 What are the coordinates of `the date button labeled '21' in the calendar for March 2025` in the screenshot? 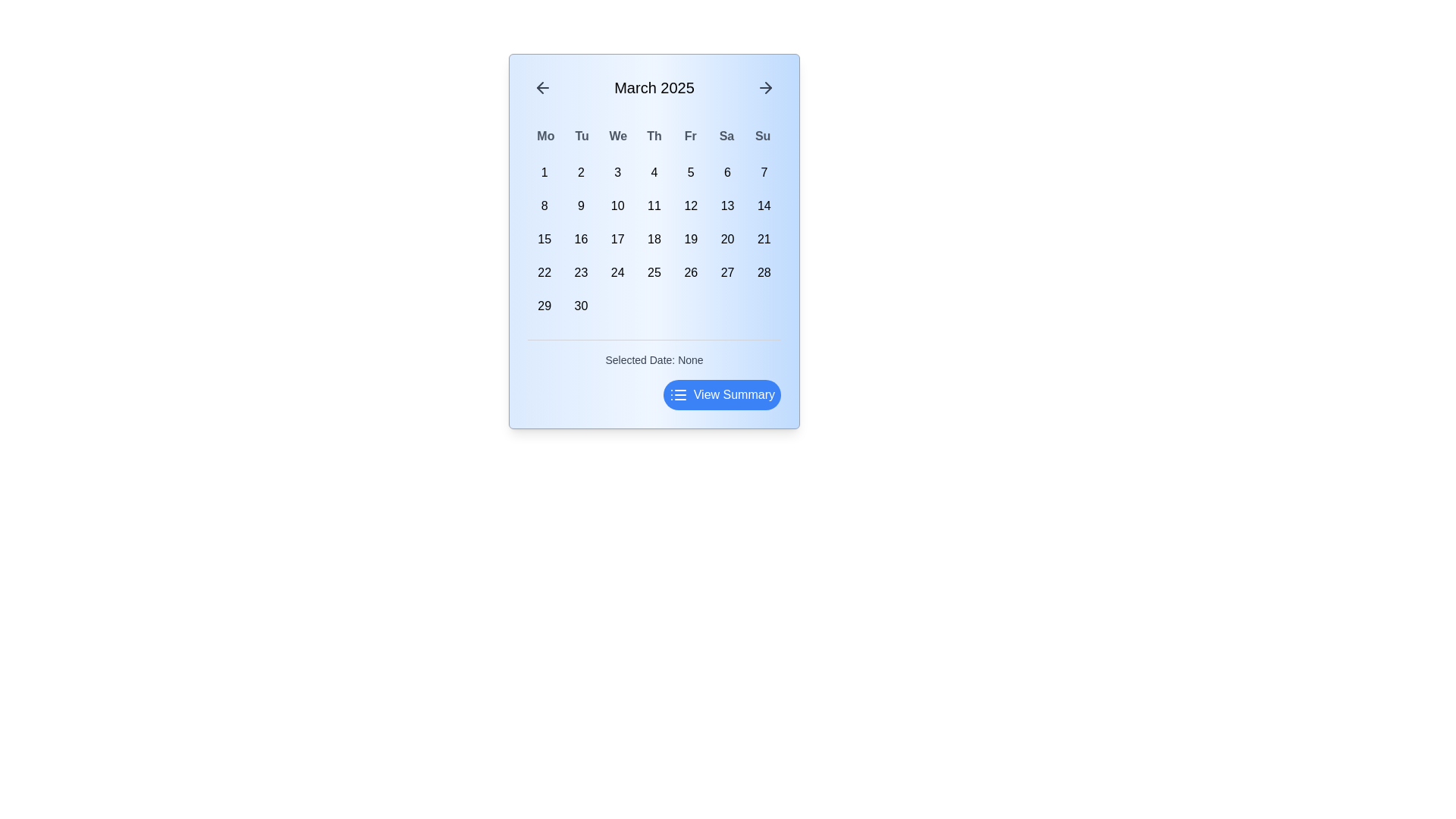 It's located at (764, 239).